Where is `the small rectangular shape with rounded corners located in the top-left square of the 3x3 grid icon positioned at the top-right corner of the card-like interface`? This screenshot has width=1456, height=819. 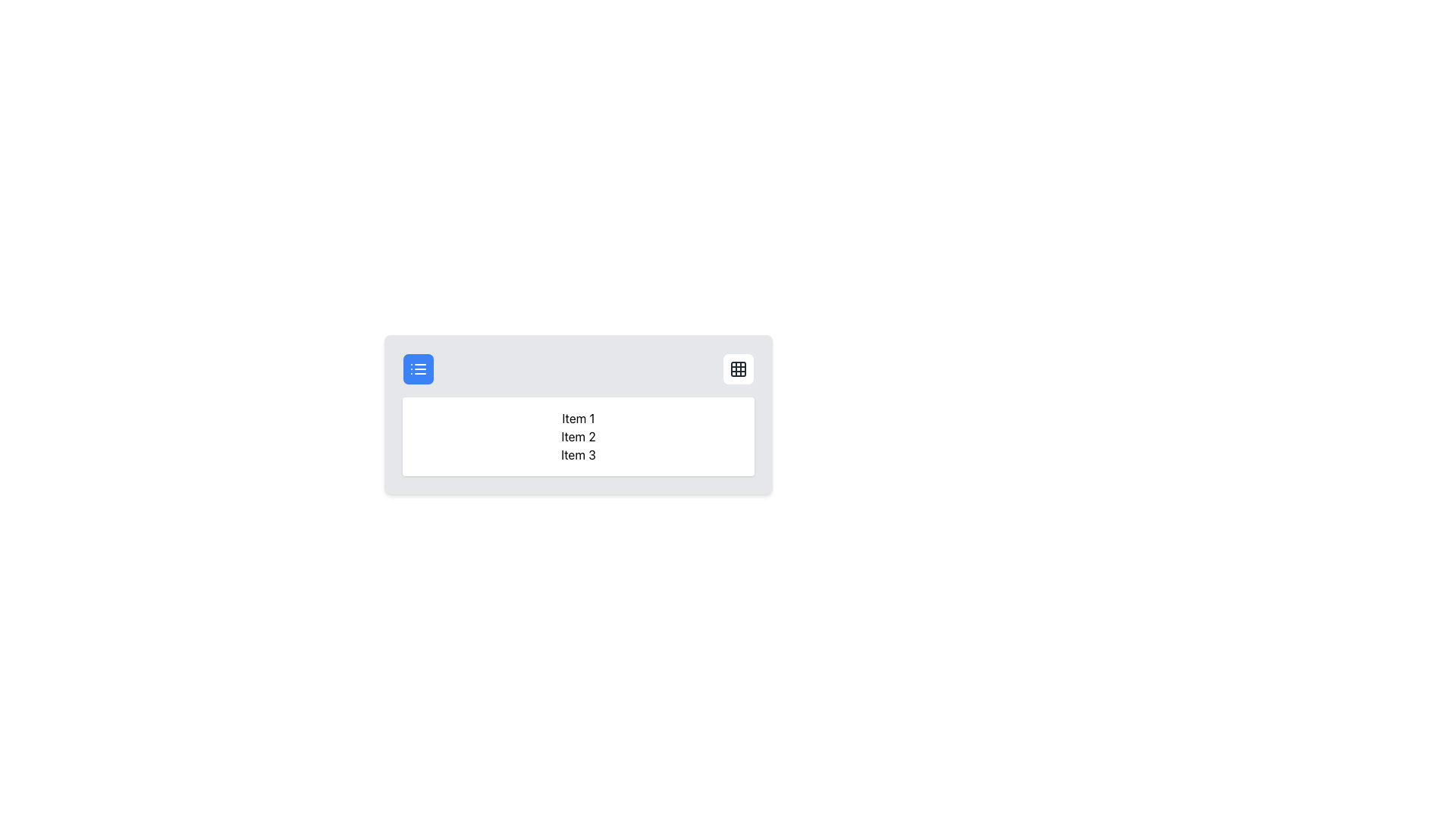
the small rectangular shape with rounded corners located in the top-left square of the 3x3 grid icon positioned at the top-right corner of the card-like interface is located at coordinates (739, 369).